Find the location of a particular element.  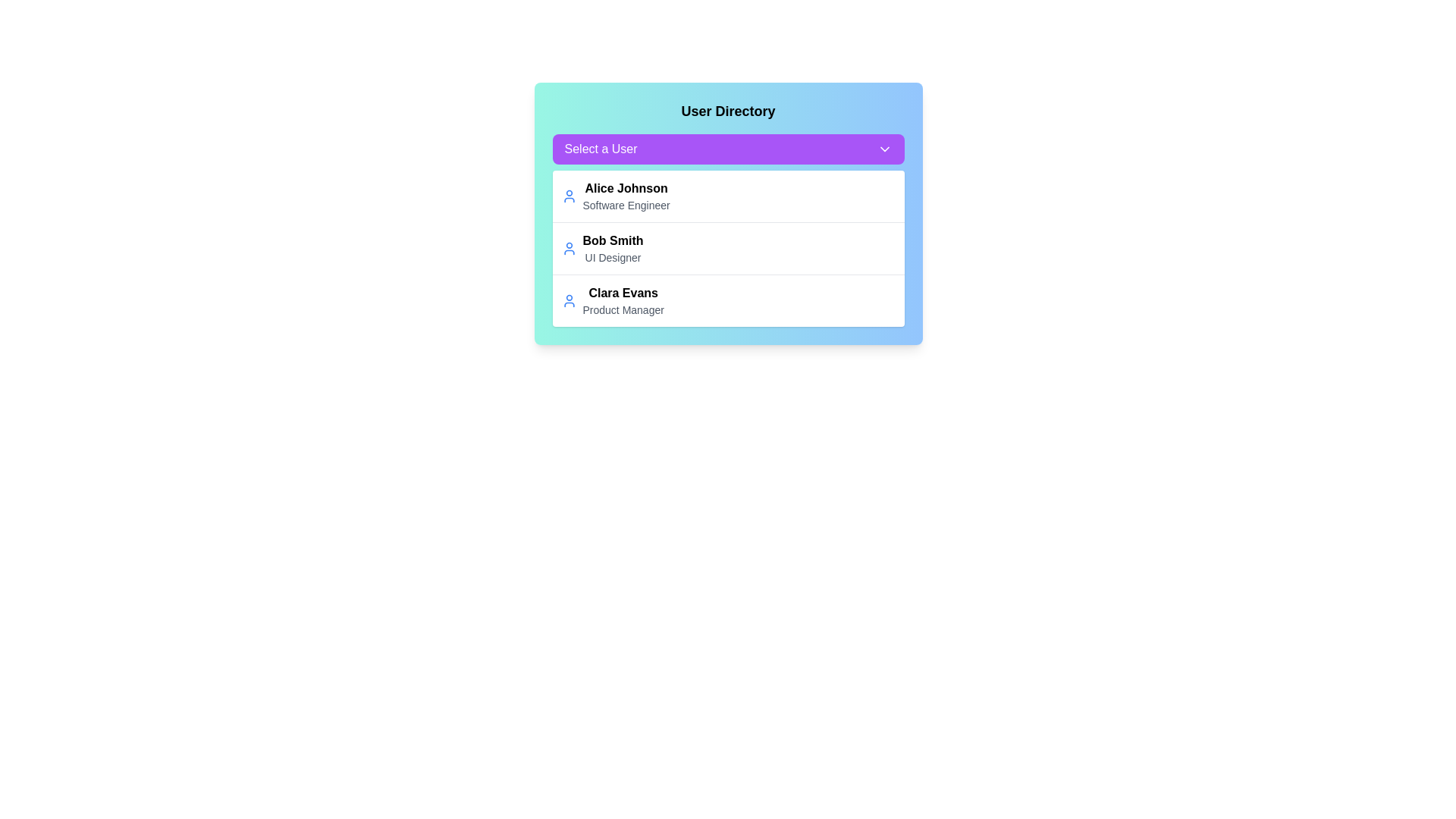

the blue circular avatar icon representing the user, located to the left of the text 'Bob Smith UI Designer' in the second user row of the user directory is located at coordinates (568, 247).